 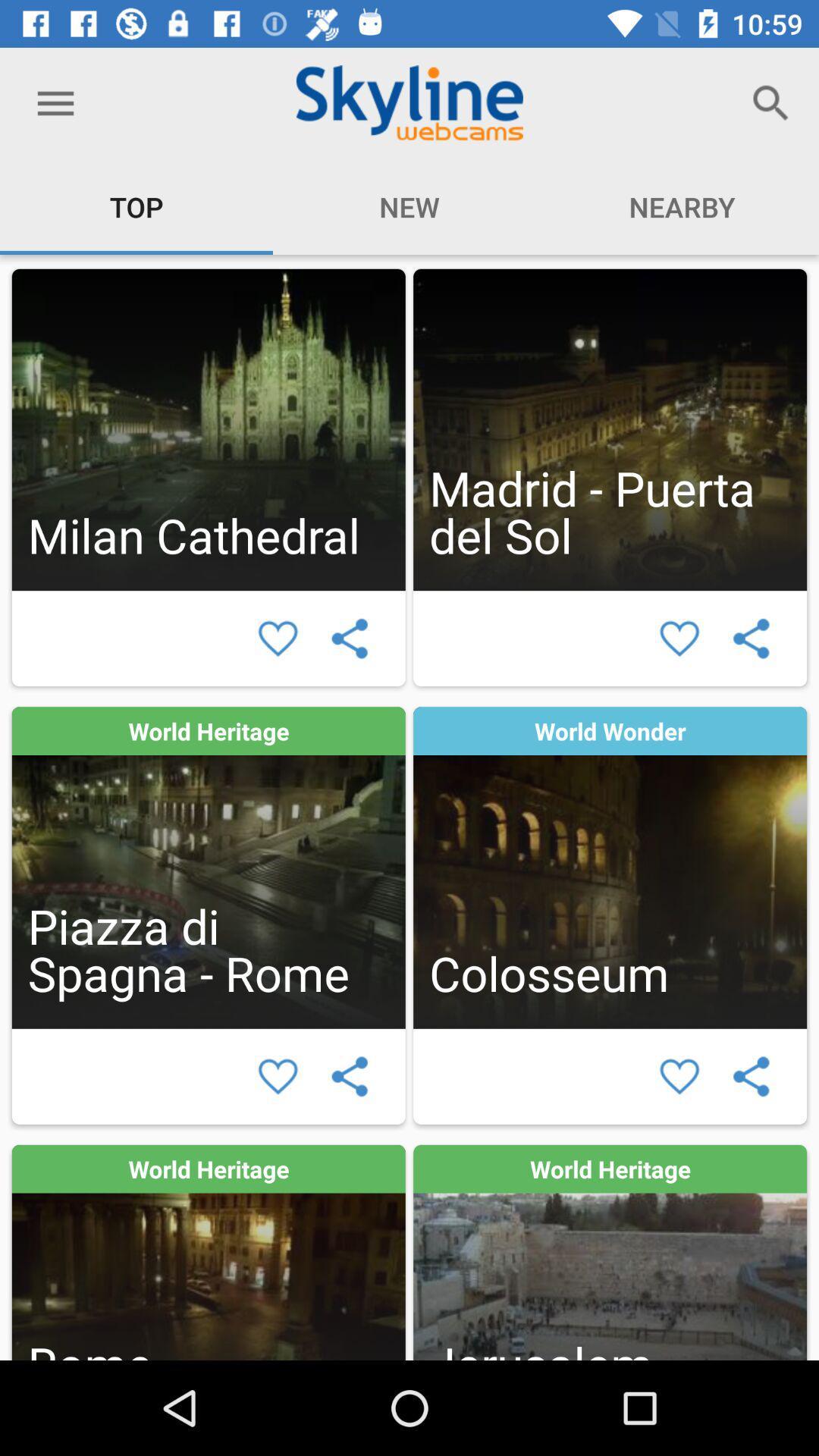 What do you see at coordinates (278, 1075) in the screenshot?
I see `to favorites` at bounding box center [278, 1075].